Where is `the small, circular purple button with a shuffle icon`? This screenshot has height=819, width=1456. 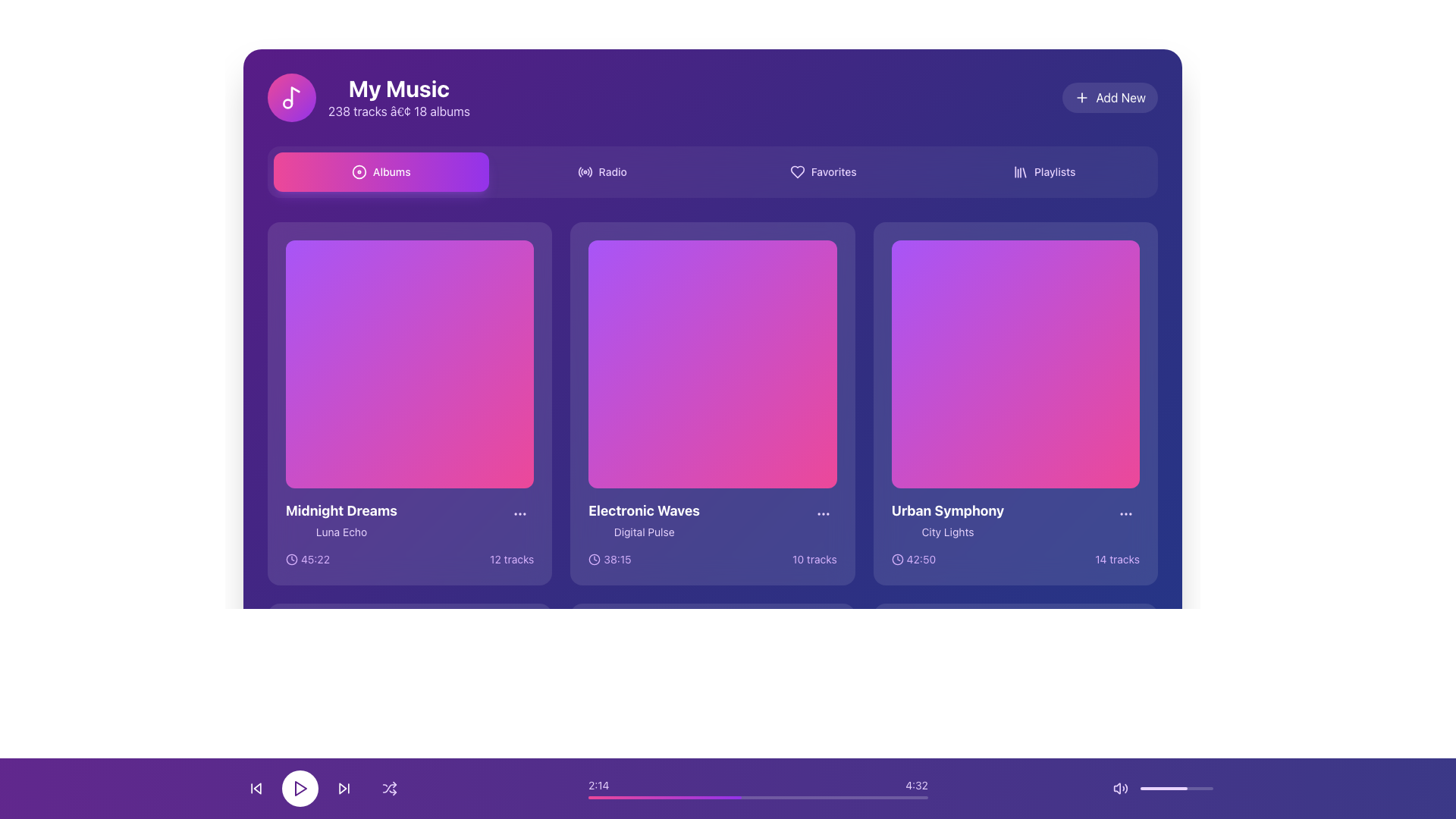 the small, circular purple button with a shuffle icon is located at coordinates (389, 788).